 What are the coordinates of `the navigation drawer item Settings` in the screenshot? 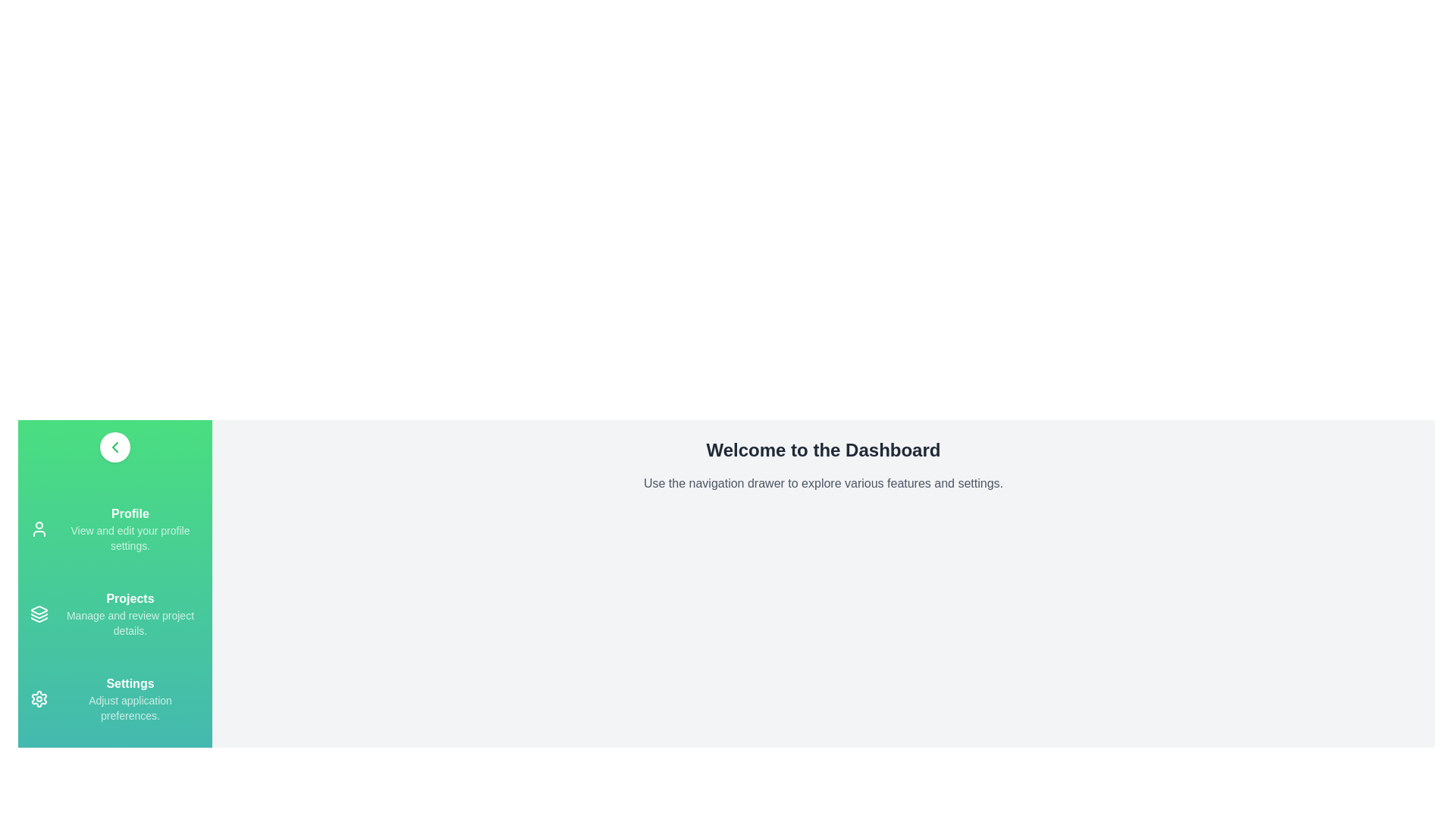 It's located at (39, 698).